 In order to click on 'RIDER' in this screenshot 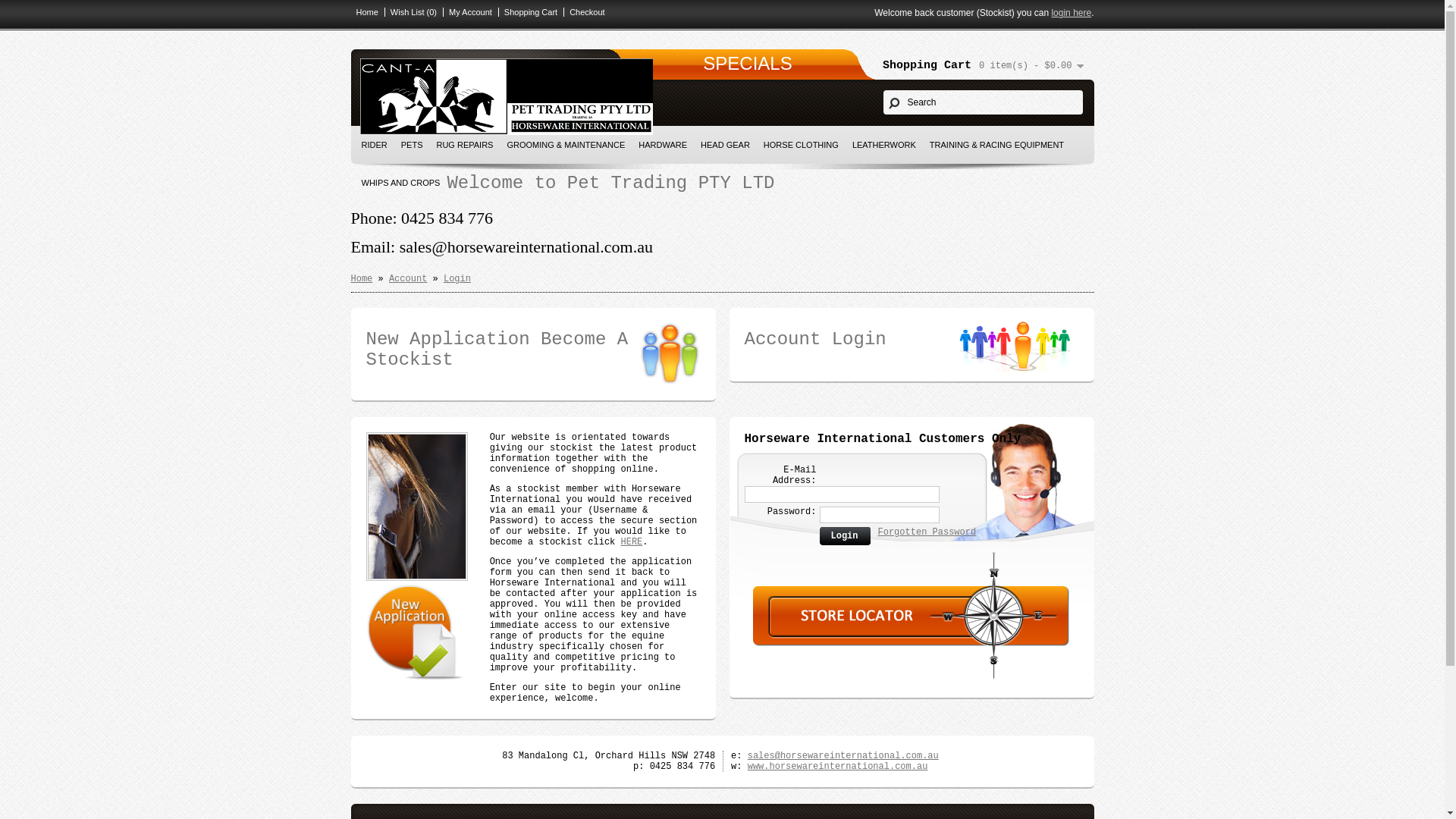, I will do `click(375, 145)`.